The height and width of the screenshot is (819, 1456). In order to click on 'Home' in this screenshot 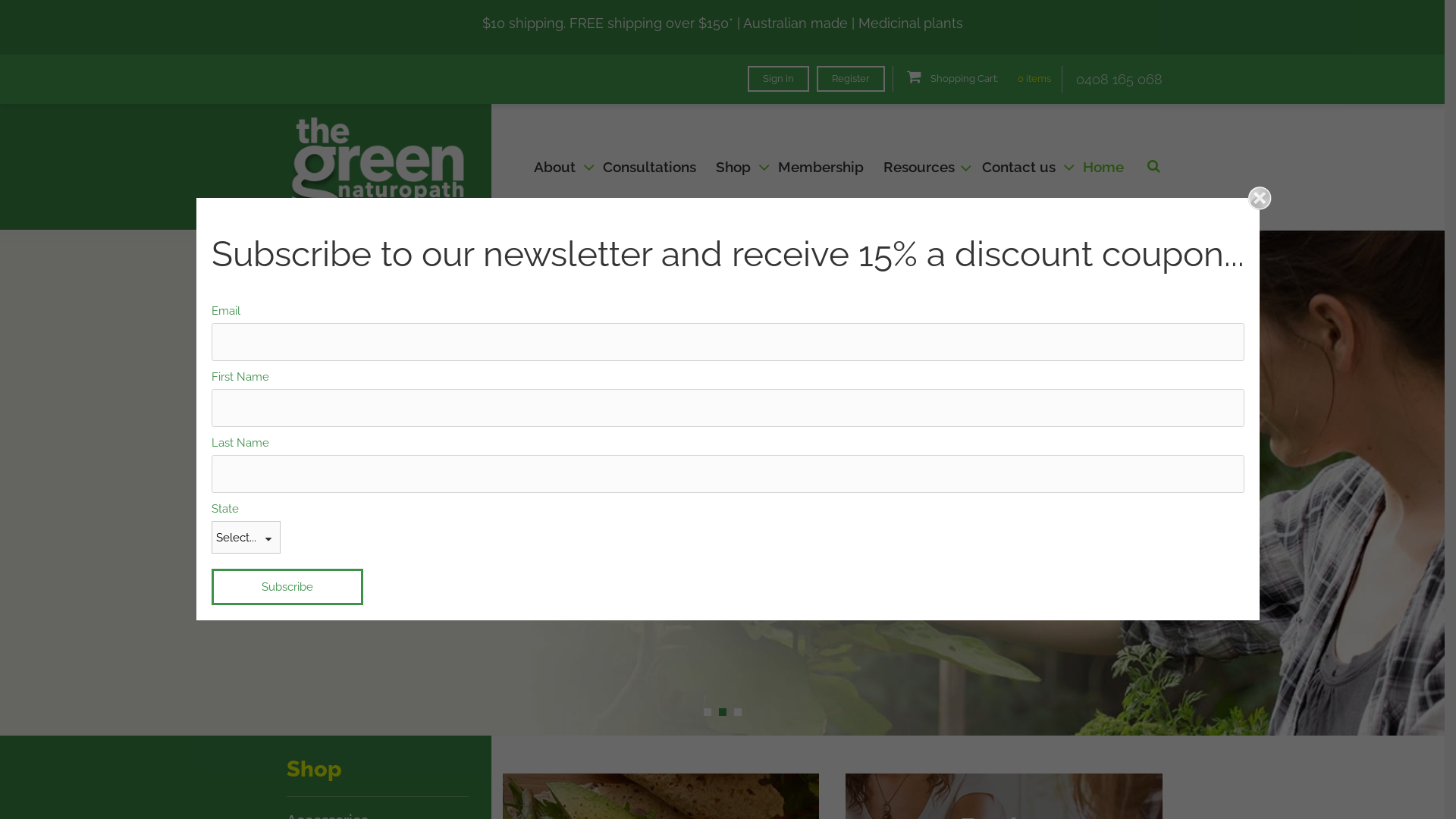, I will do `click(1103, 166)`.